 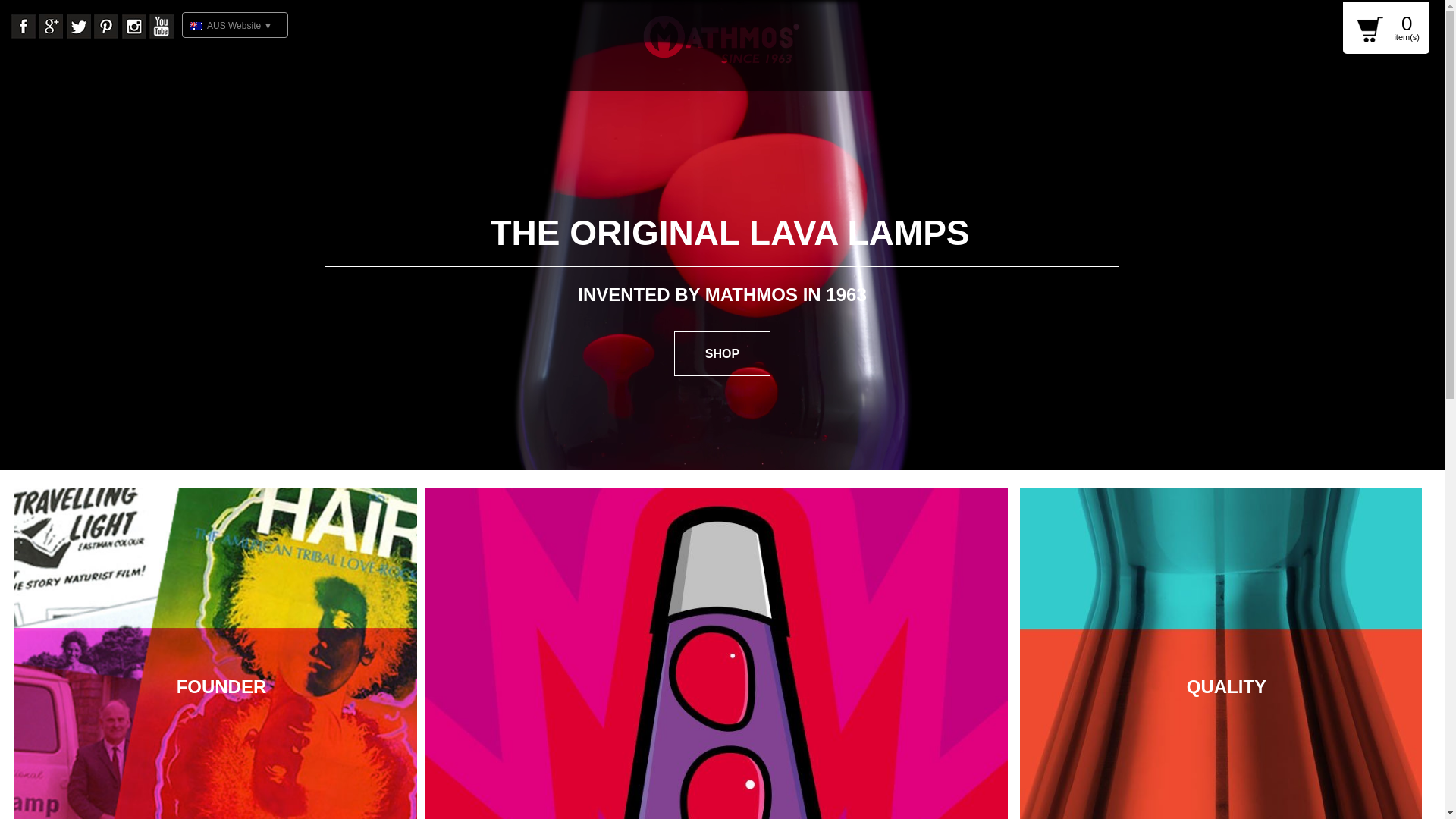 What do you see at coordinates (721, 353) in the screenshot?
I see `'SHOP'` at bounding box center [721, 353].